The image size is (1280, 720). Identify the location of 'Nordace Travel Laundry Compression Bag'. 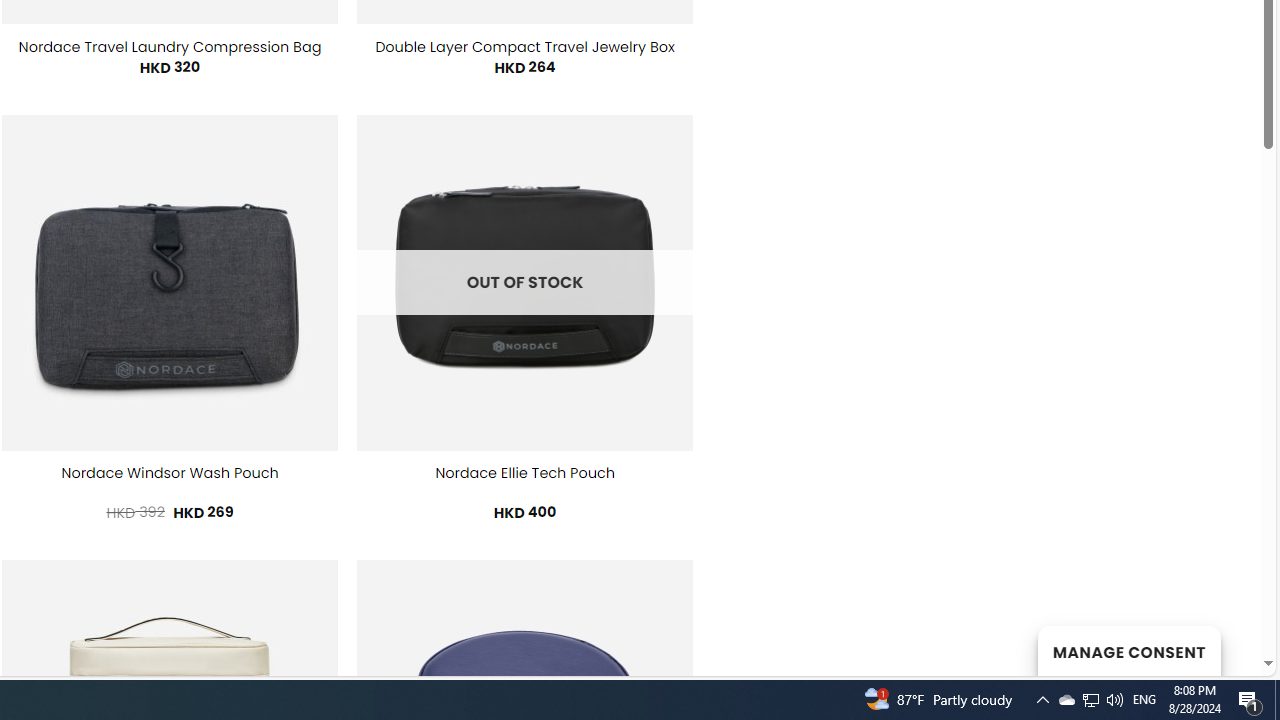
(170, 46).